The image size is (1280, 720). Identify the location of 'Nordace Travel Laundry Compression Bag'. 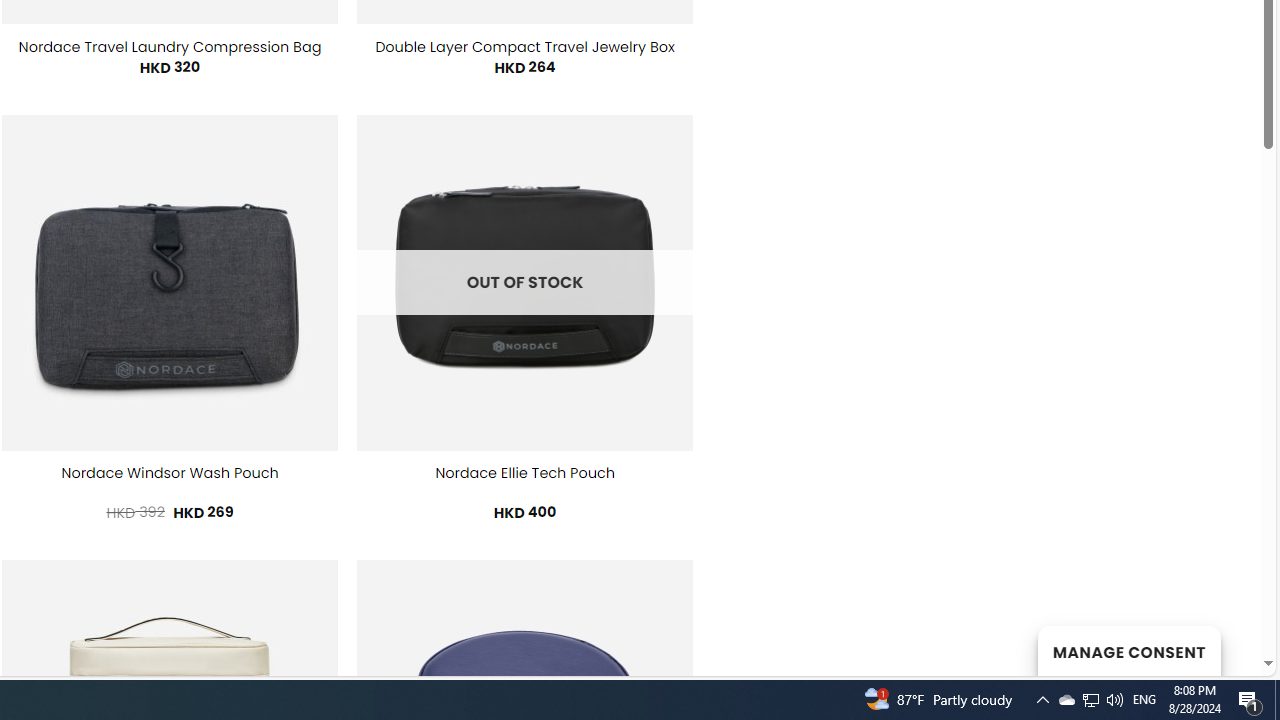
(170, 46).